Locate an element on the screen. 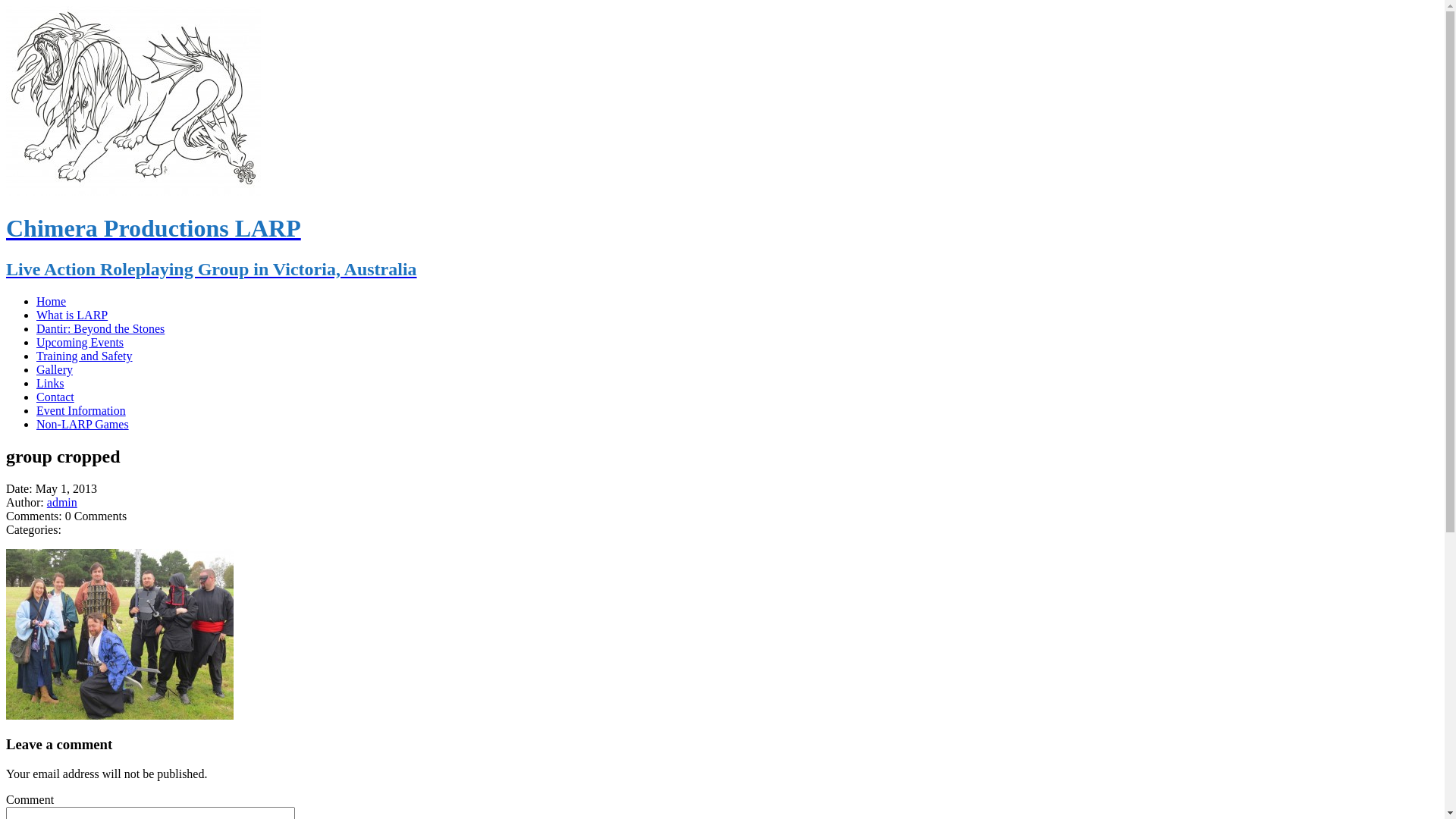 Image resolution: width=1456 pixels, height=819 pixels. 'Non-LARP Games' is located at coordinates (82, 424).